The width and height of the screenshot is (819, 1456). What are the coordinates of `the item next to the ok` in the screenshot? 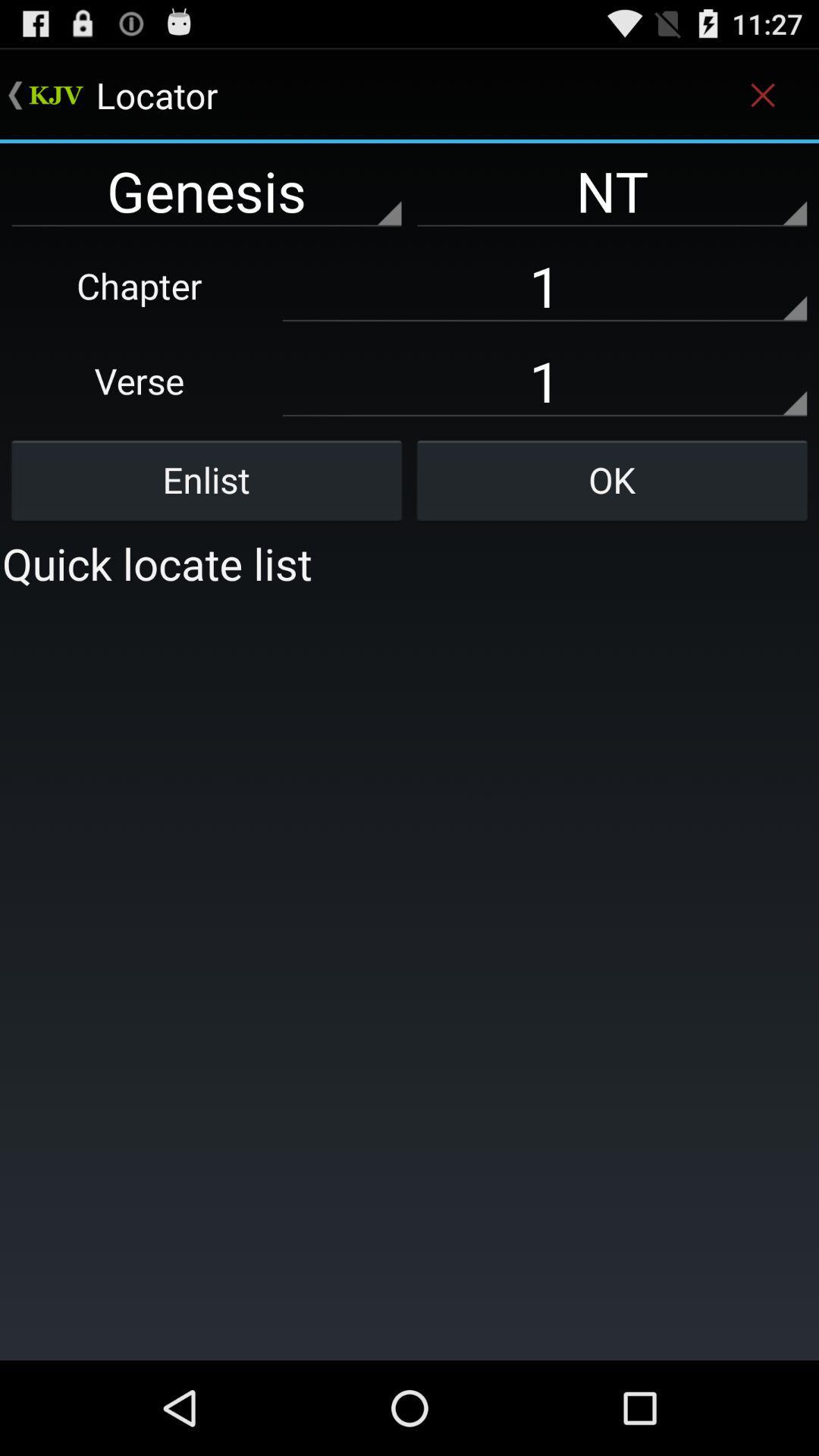 It's located at (206, 479).